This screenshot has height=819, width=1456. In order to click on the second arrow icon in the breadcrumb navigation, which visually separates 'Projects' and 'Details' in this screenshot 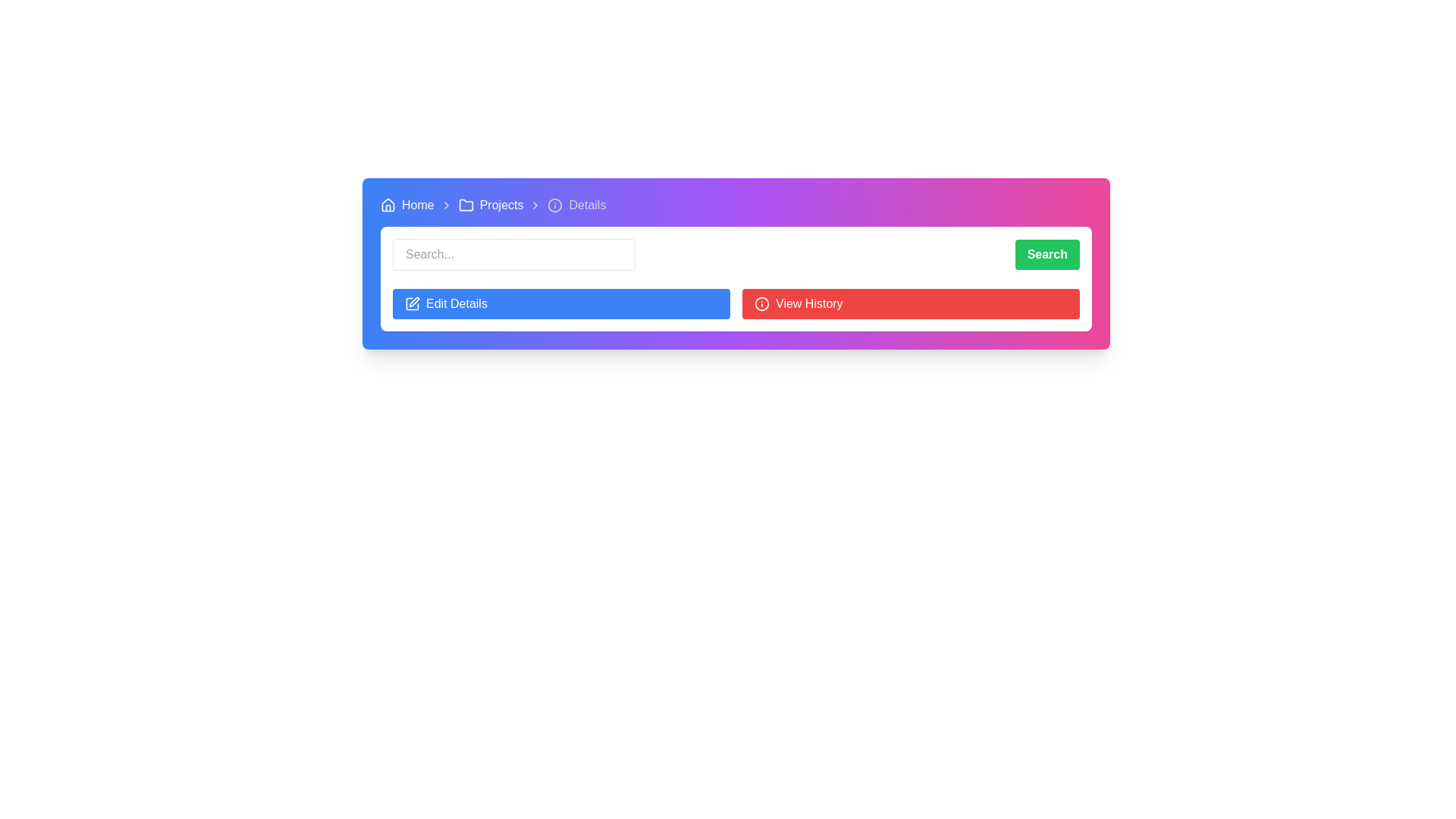, I will do `click(535, 205)`.